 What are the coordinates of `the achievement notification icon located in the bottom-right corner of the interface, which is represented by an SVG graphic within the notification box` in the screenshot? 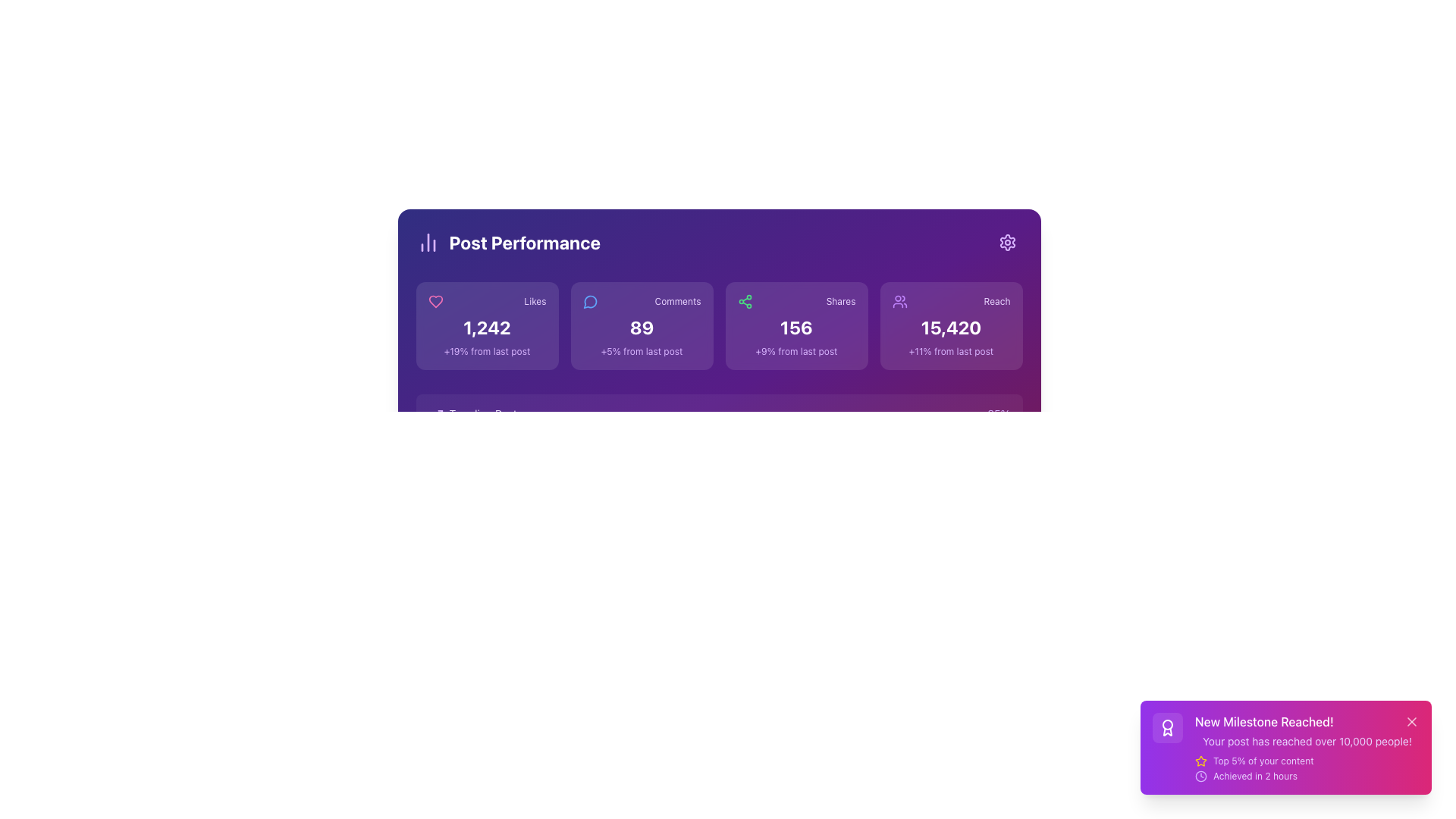 It's located at (1167, 727).